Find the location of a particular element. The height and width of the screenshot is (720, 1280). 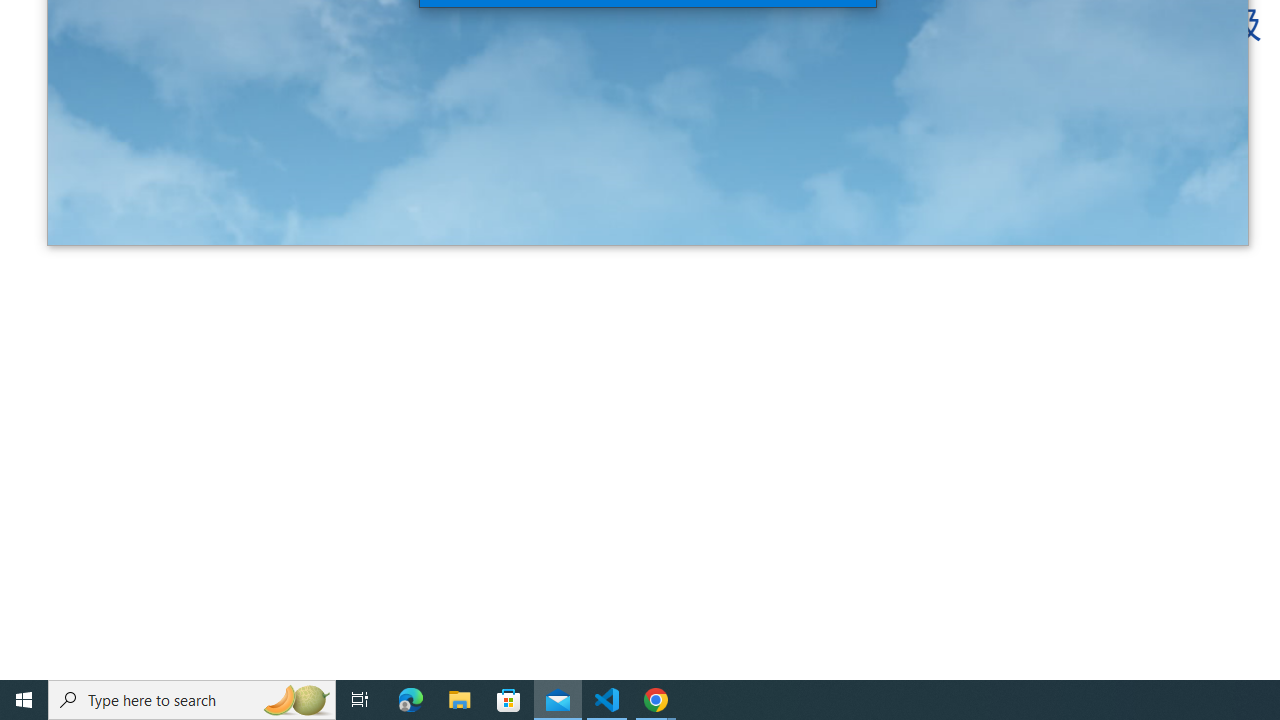

'Start' is located at coordinates (24, 698).